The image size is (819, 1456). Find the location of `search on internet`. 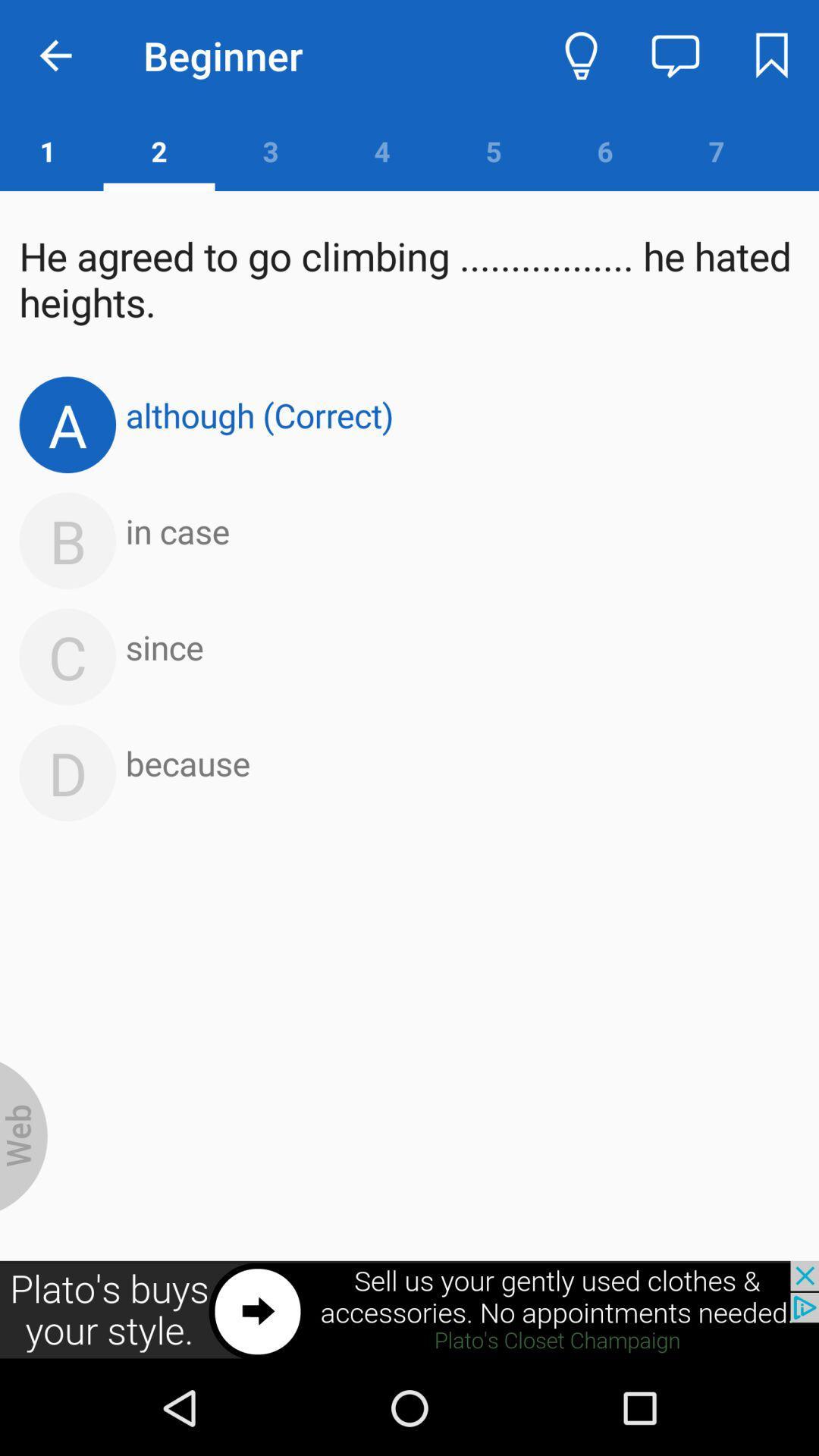

search on internet is located at coordinates (24, 1136).